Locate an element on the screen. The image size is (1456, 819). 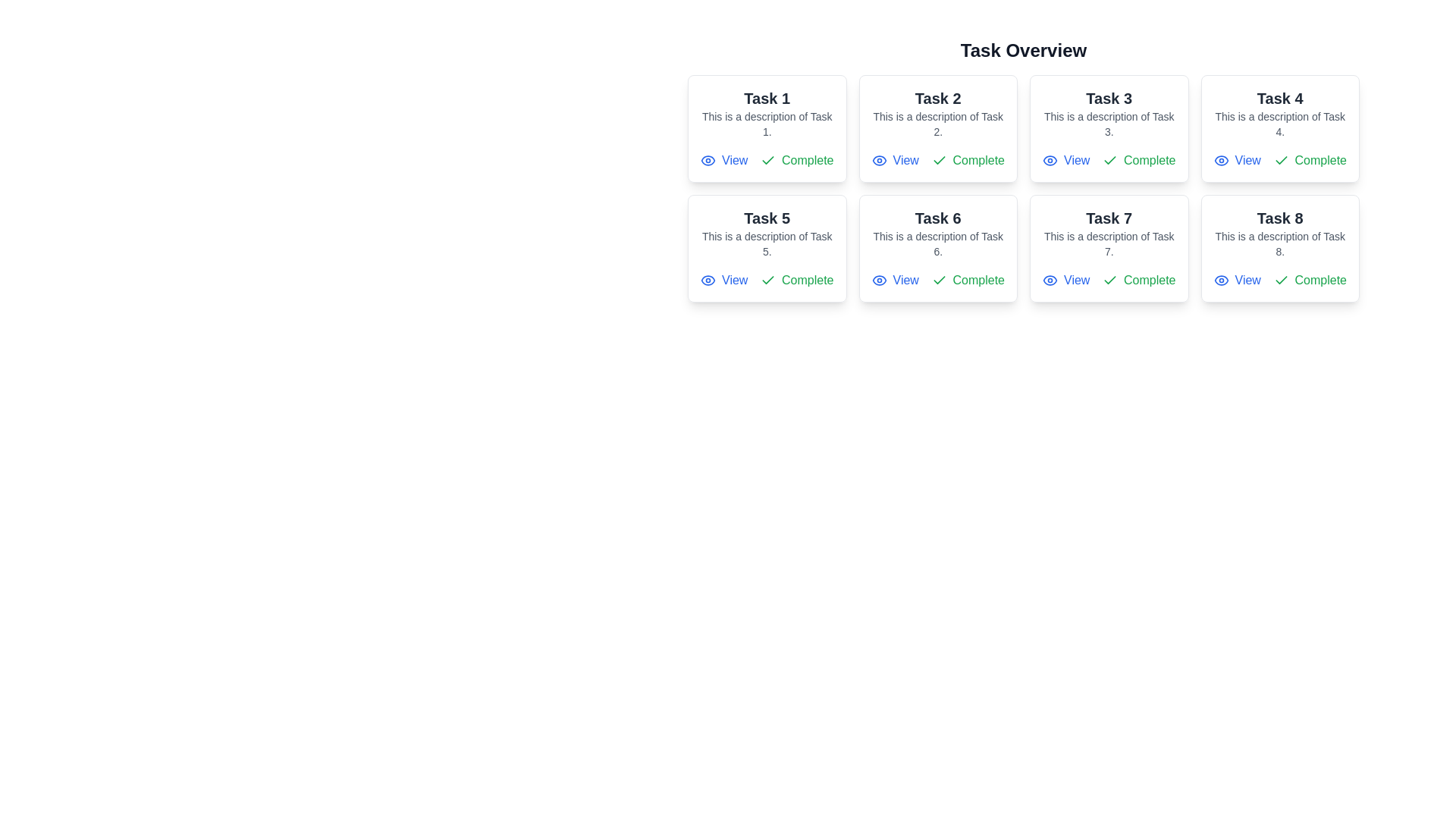
the completion status icon located next to the 'Complete' text in the second task card is located at coordinates (938, 160).